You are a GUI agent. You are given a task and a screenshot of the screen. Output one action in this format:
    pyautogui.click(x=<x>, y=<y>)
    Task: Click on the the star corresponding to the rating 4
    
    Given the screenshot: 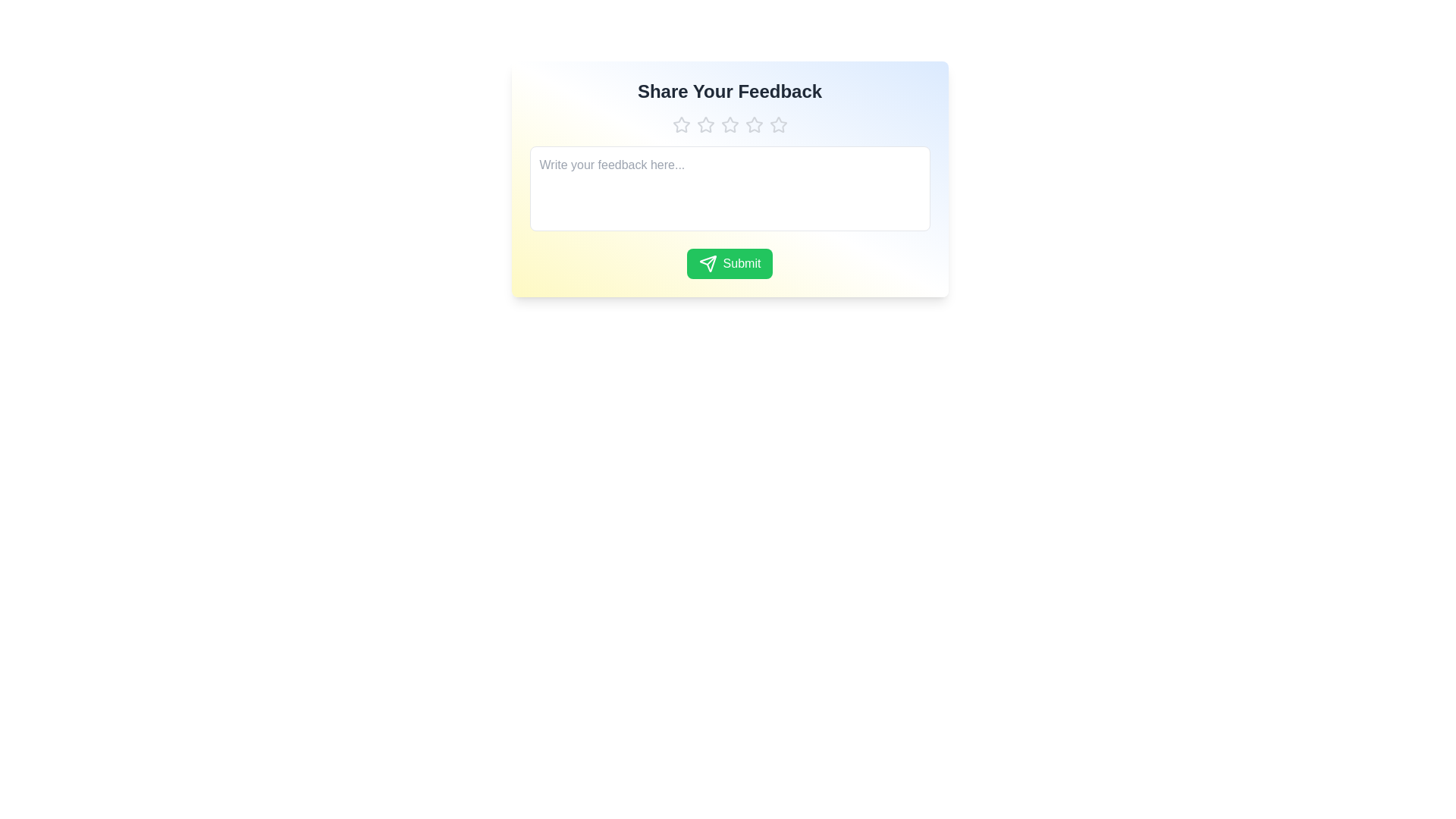 What is the action you would take?
    pyautogui.click(x=754, y=124)
    